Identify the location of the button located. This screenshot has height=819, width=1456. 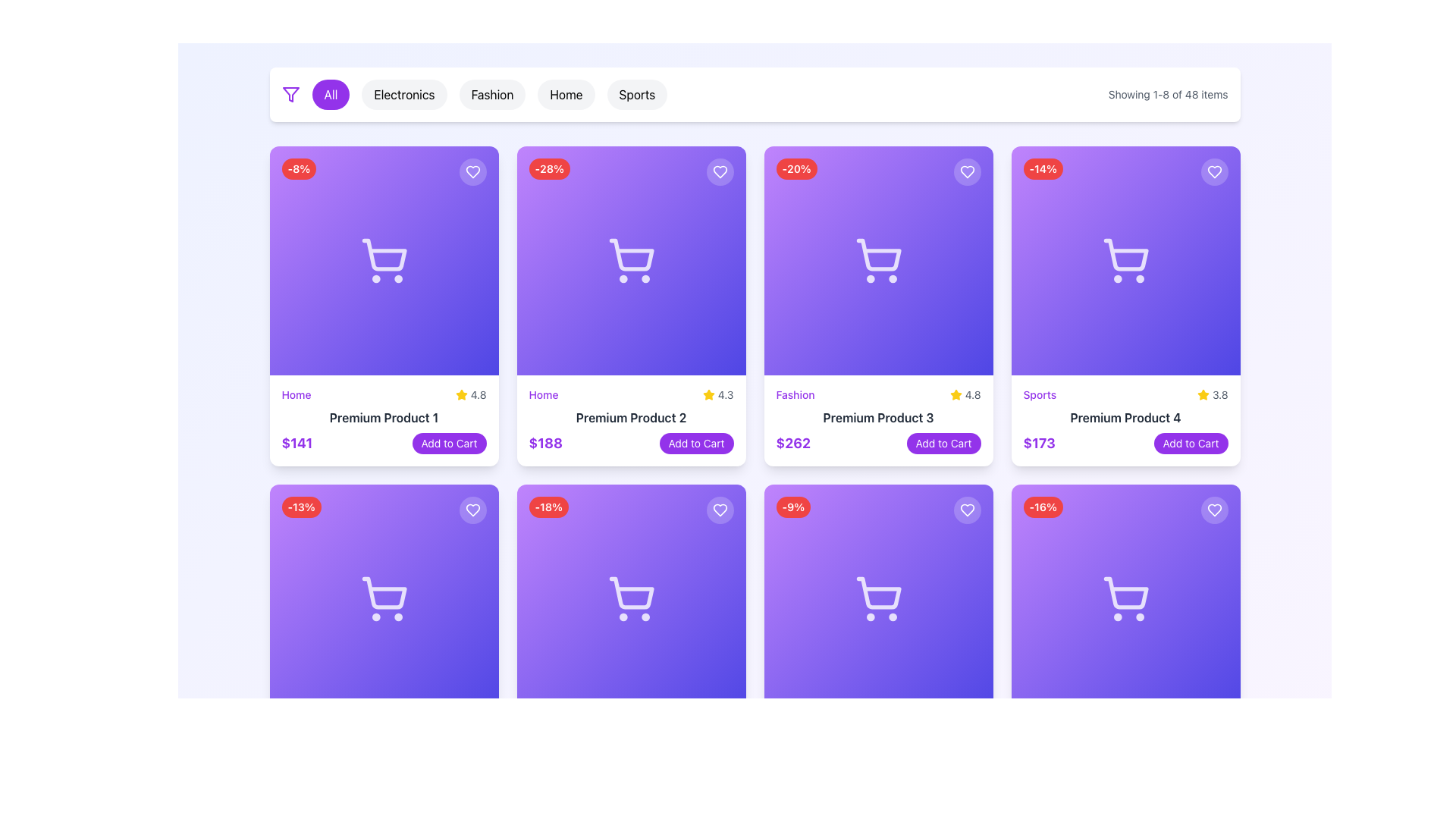
(448, 444).